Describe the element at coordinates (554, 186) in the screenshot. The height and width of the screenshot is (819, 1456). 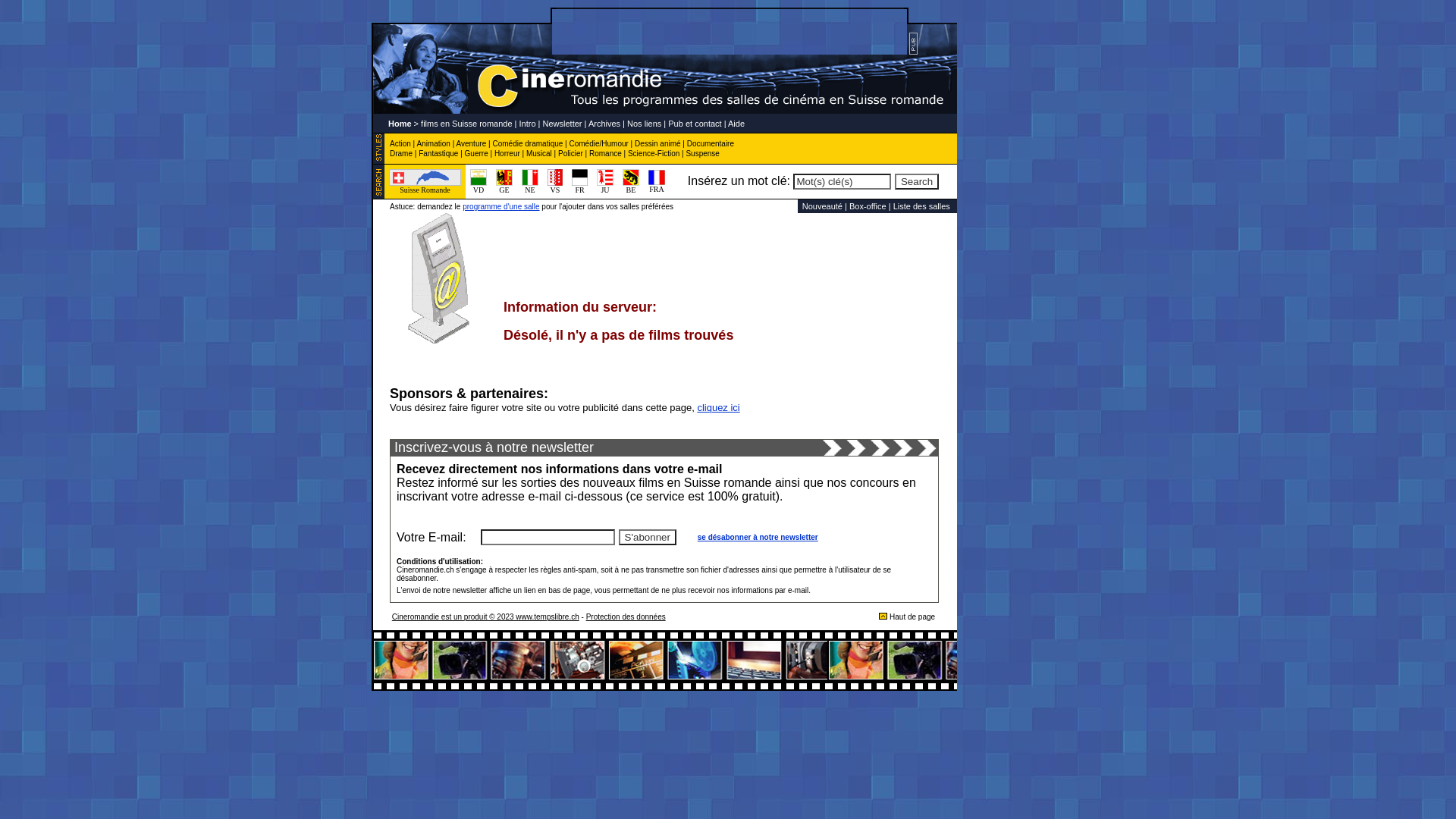
I see `'VS'` at that location.